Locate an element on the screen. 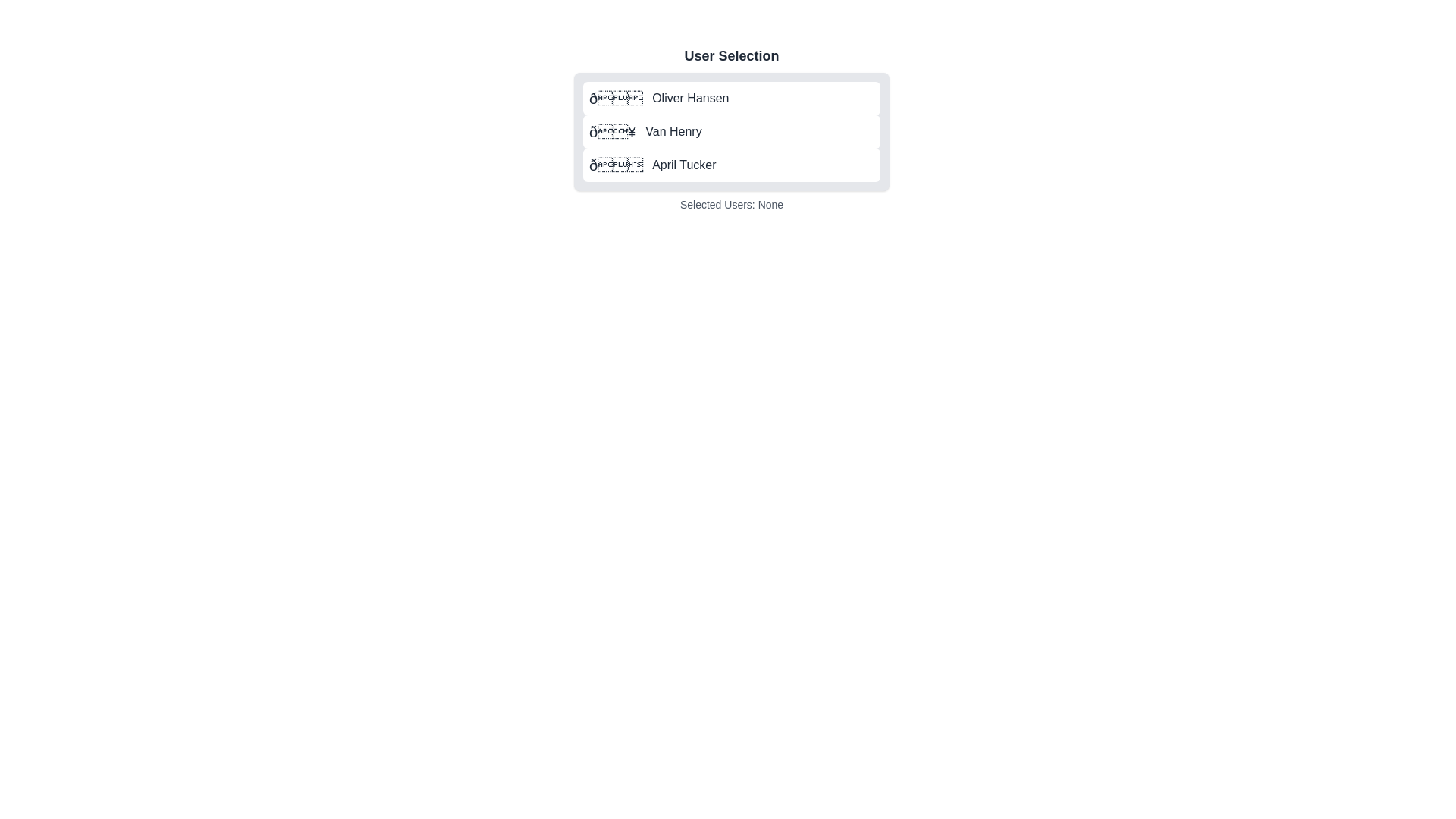 Image resolution: width=1456 pixels, height=819 pixels. a user in the static list component for selection, which is centrally located below the 'User Selection' title is located at coordinates (731, 127).